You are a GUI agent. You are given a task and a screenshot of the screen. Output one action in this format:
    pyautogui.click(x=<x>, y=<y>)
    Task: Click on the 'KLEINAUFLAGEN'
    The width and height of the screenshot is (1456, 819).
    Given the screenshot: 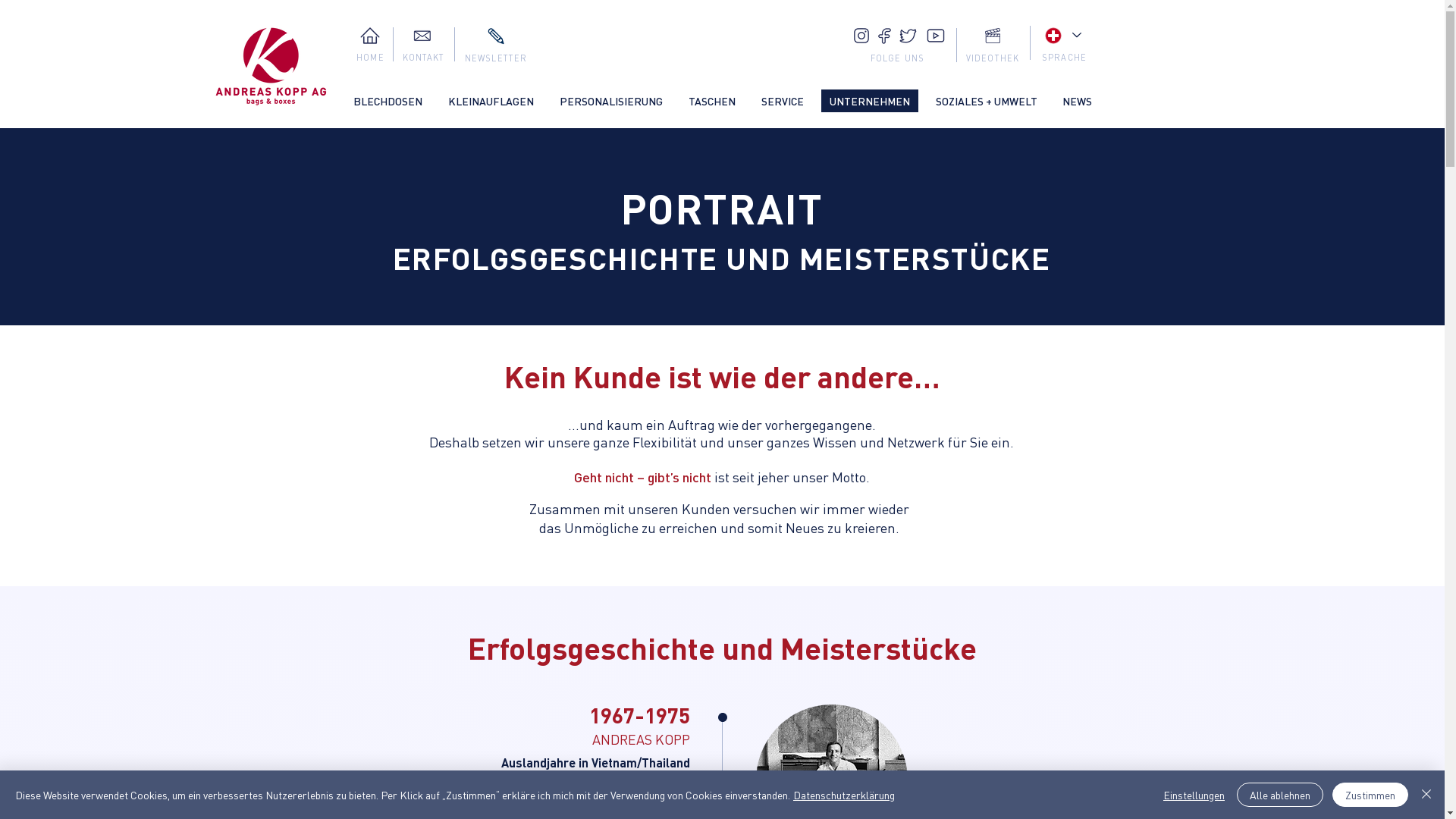 What is the action you would take?
    pyautogui.click(x=491, y=100)
    